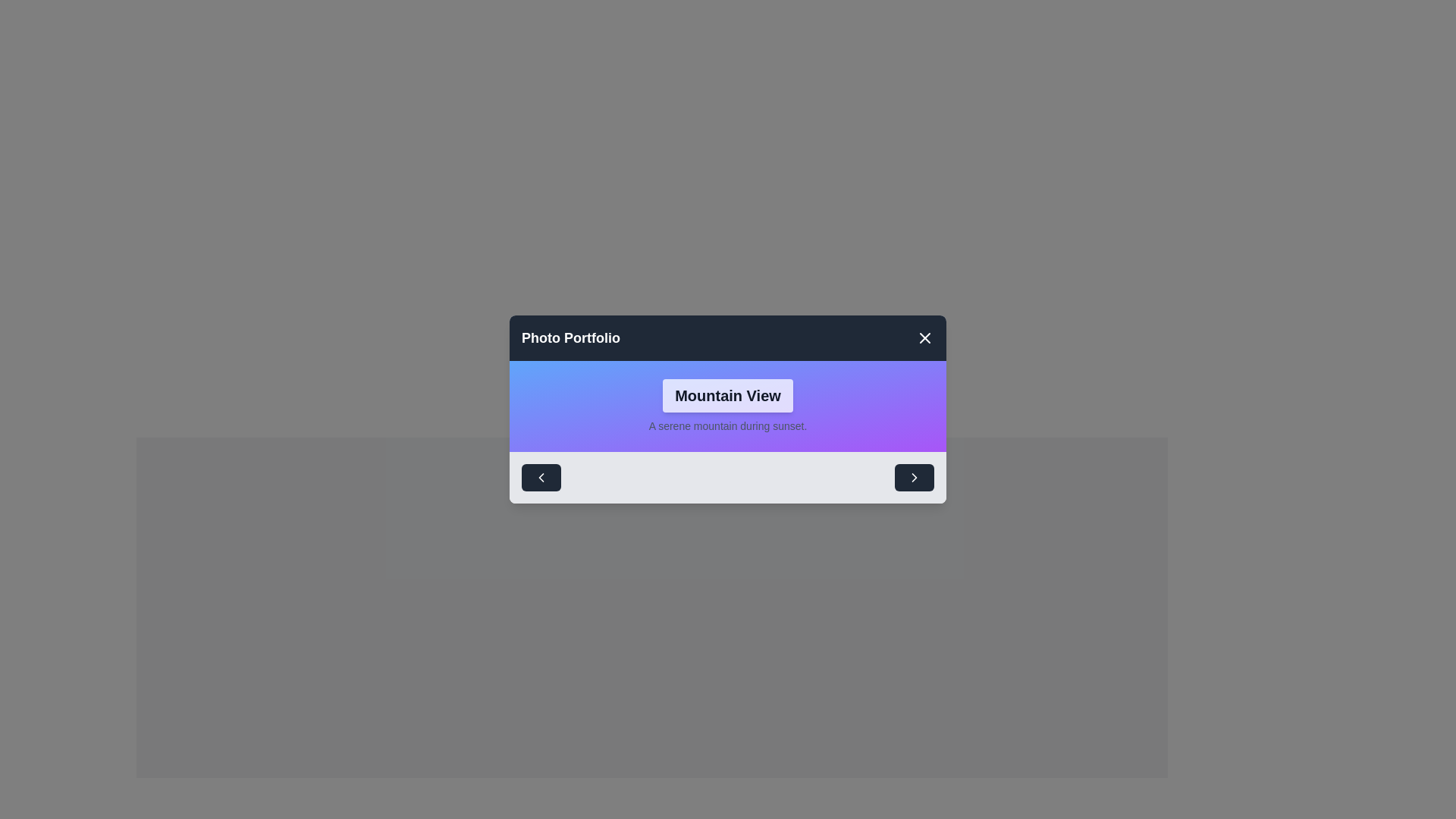 This screenshot has height=819, width=1456. Describe the element at coordinates (728, 406) in the screenshot. I see `the informational label that provides the title 'Mountain View' and the description 'A serene mountain during sunset.' This element is centrally aligned beneath the 'Photo Portfolio' heading` at that location.